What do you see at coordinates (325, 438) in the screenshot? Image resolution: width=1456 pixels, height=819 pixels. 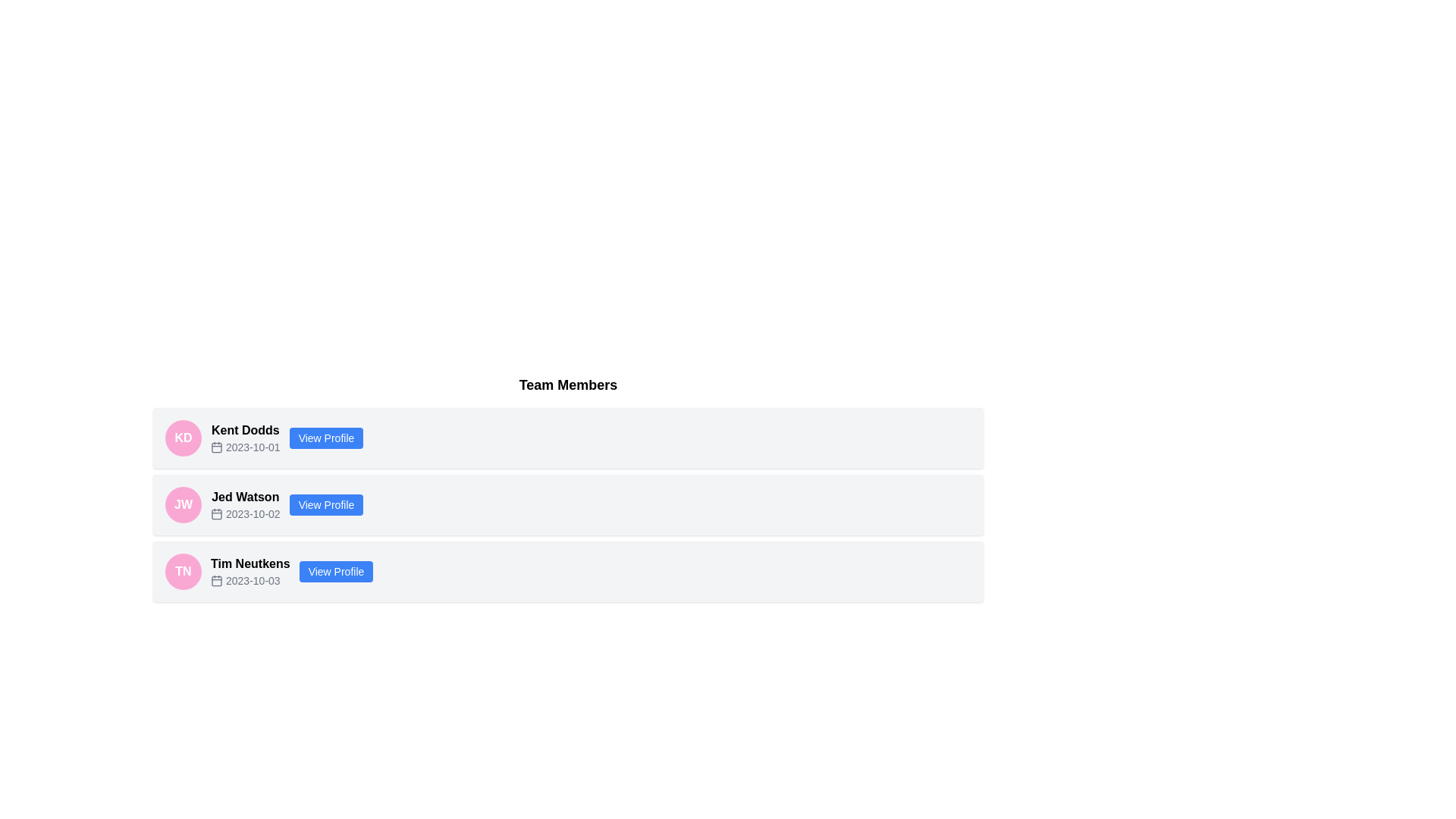 I see `the rectangular blue button with white text 'View Profile' located to the right of 'Kent Dodds' to observe the hover effect` at bounding box center [325, 438].